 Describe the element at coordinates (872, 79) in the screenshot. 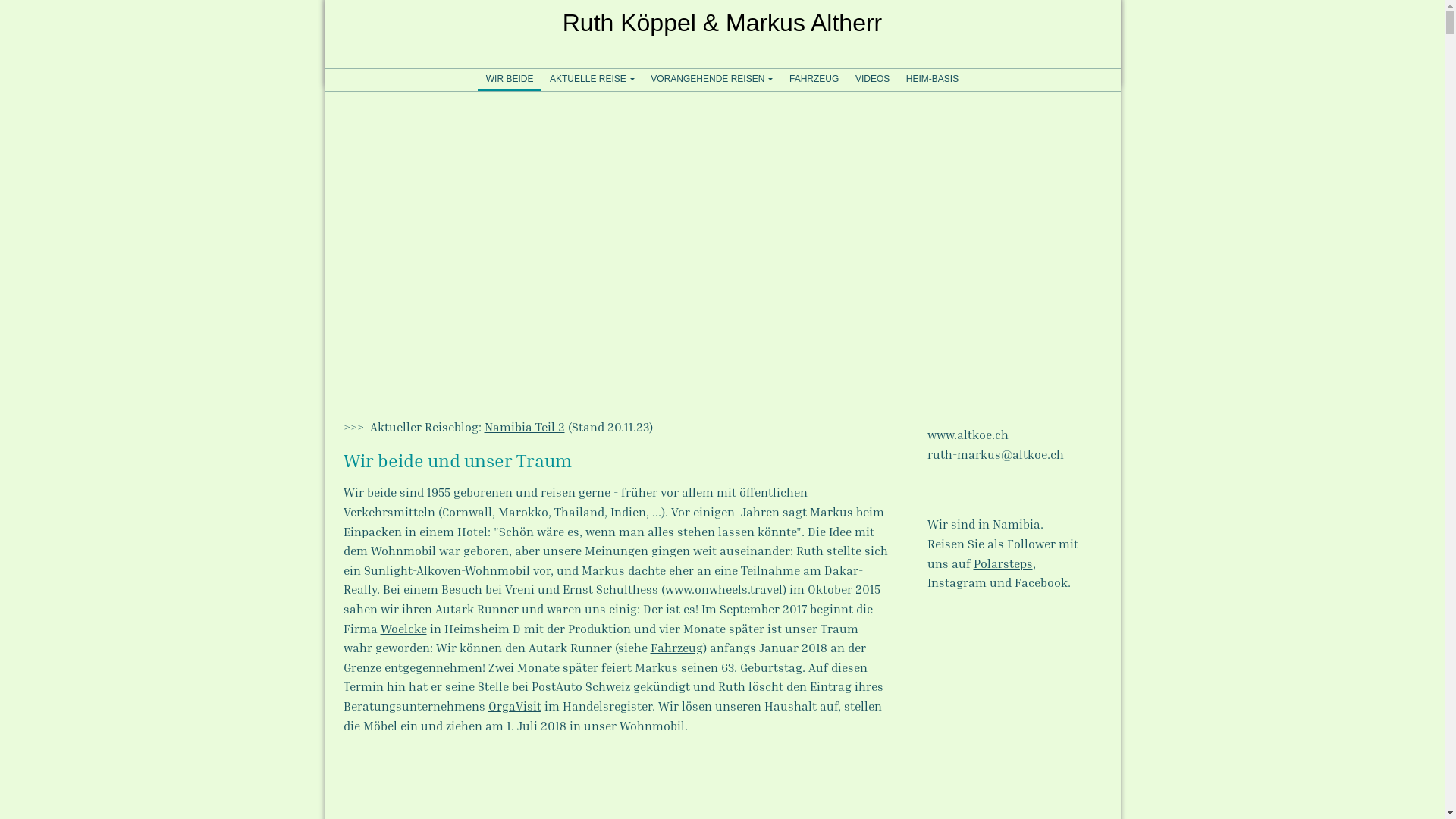

I see `'VIDEOS'` at that location.